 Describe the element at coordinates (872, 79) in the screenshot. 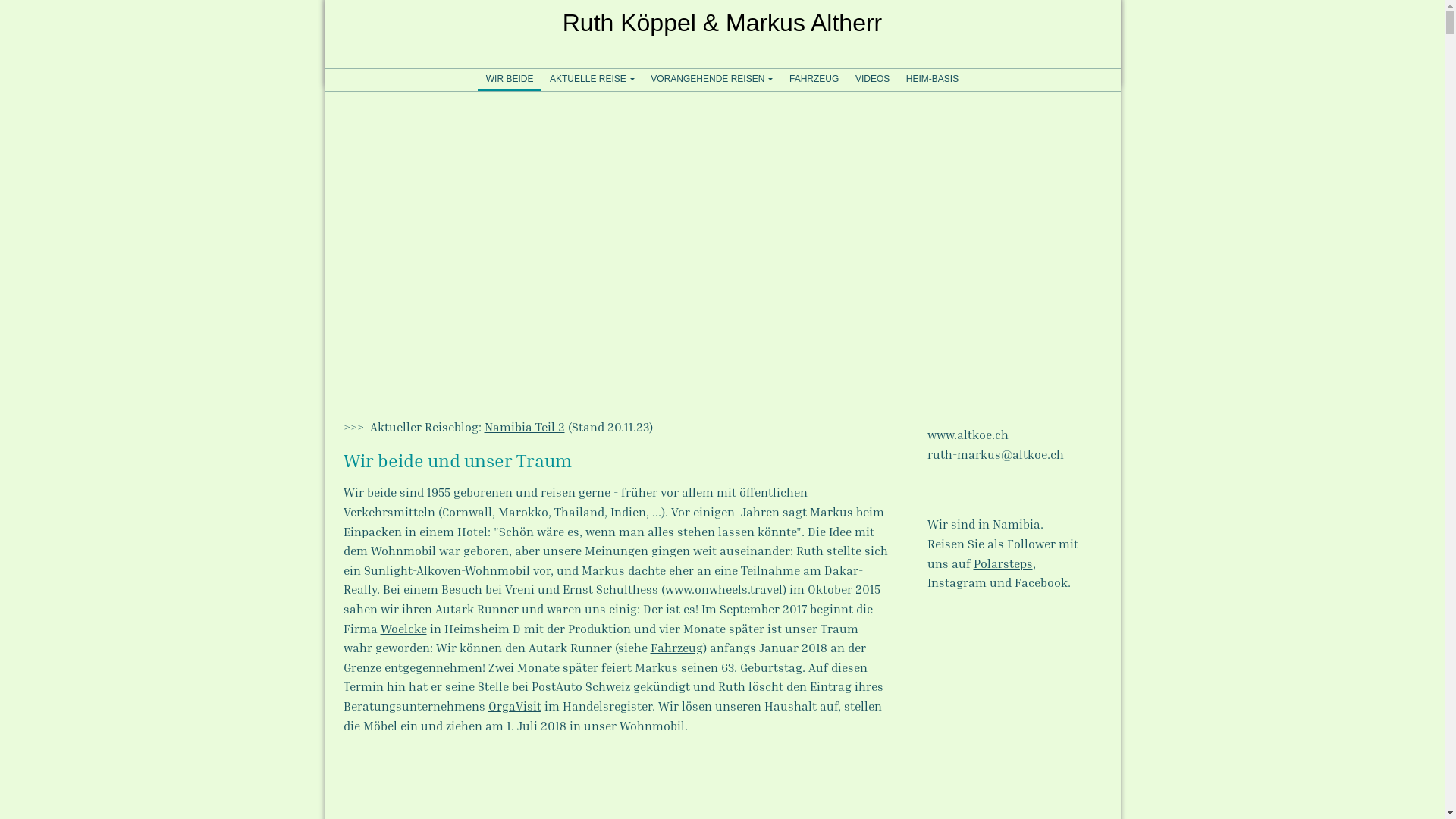

I see `'VIDEOS'` at that location.